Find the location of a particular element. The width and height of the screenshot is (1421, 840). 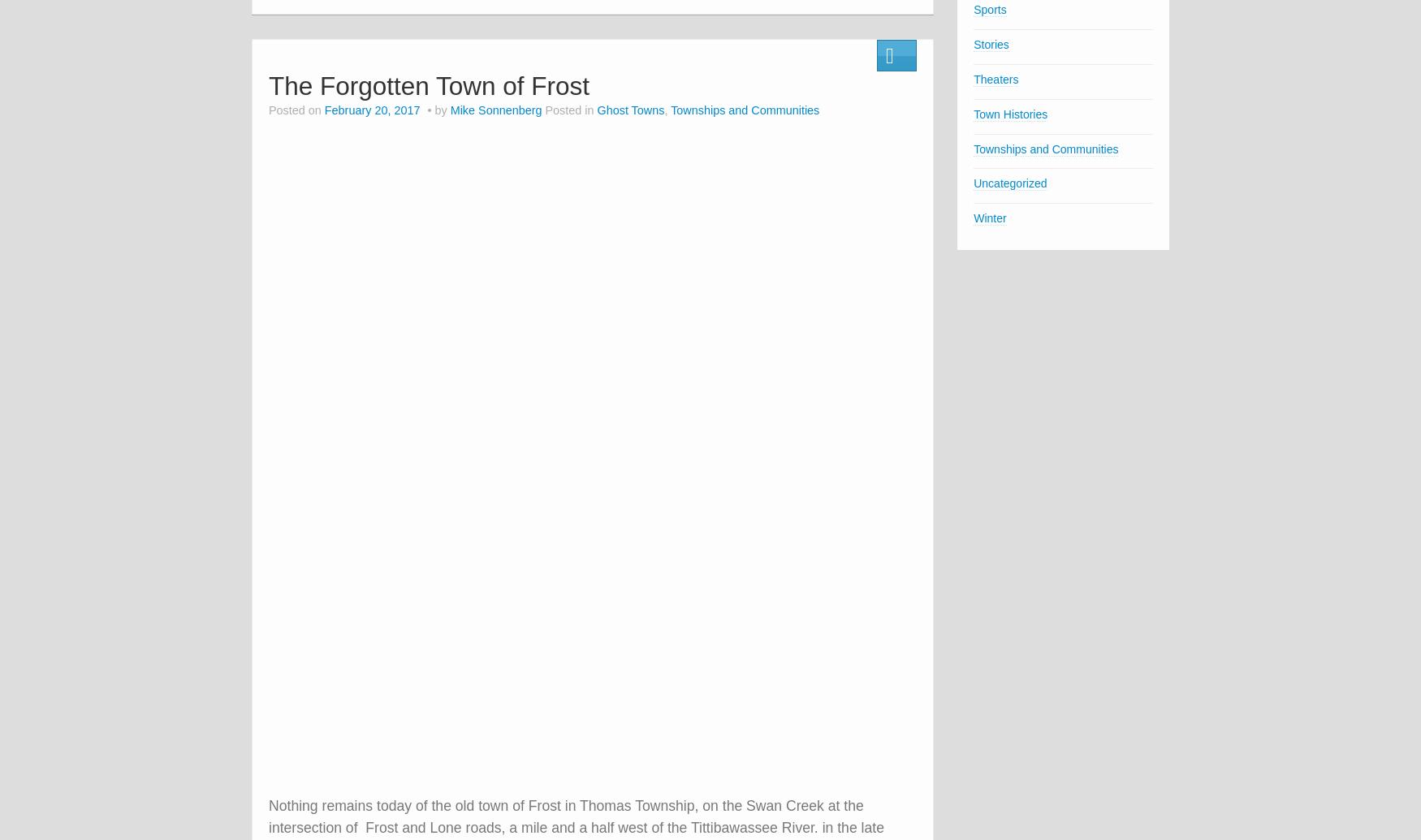

',' is located at coordinates (663, 110).